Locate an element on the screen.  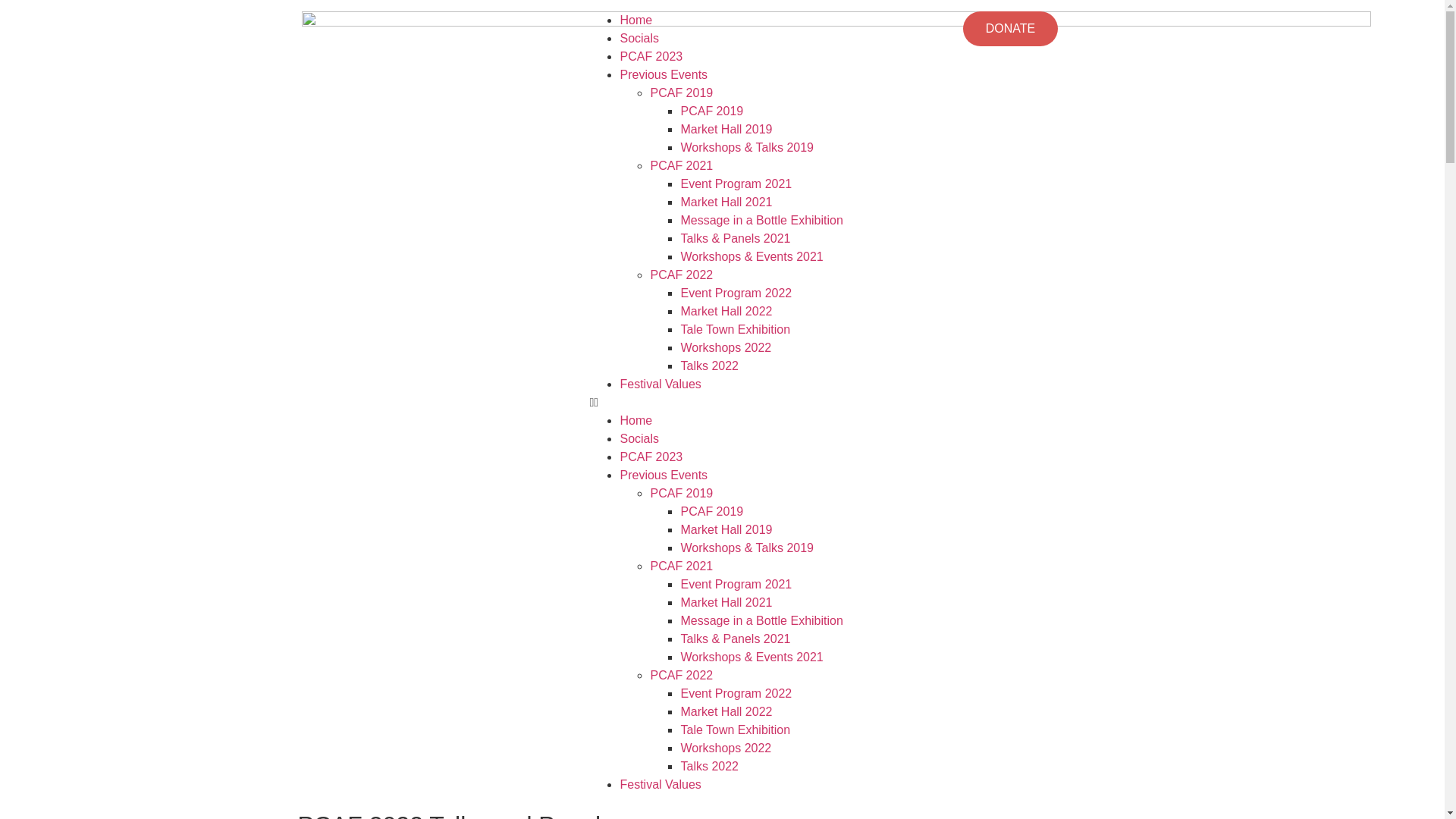
'PCAF 2023' is located at coordinates (651, 456).